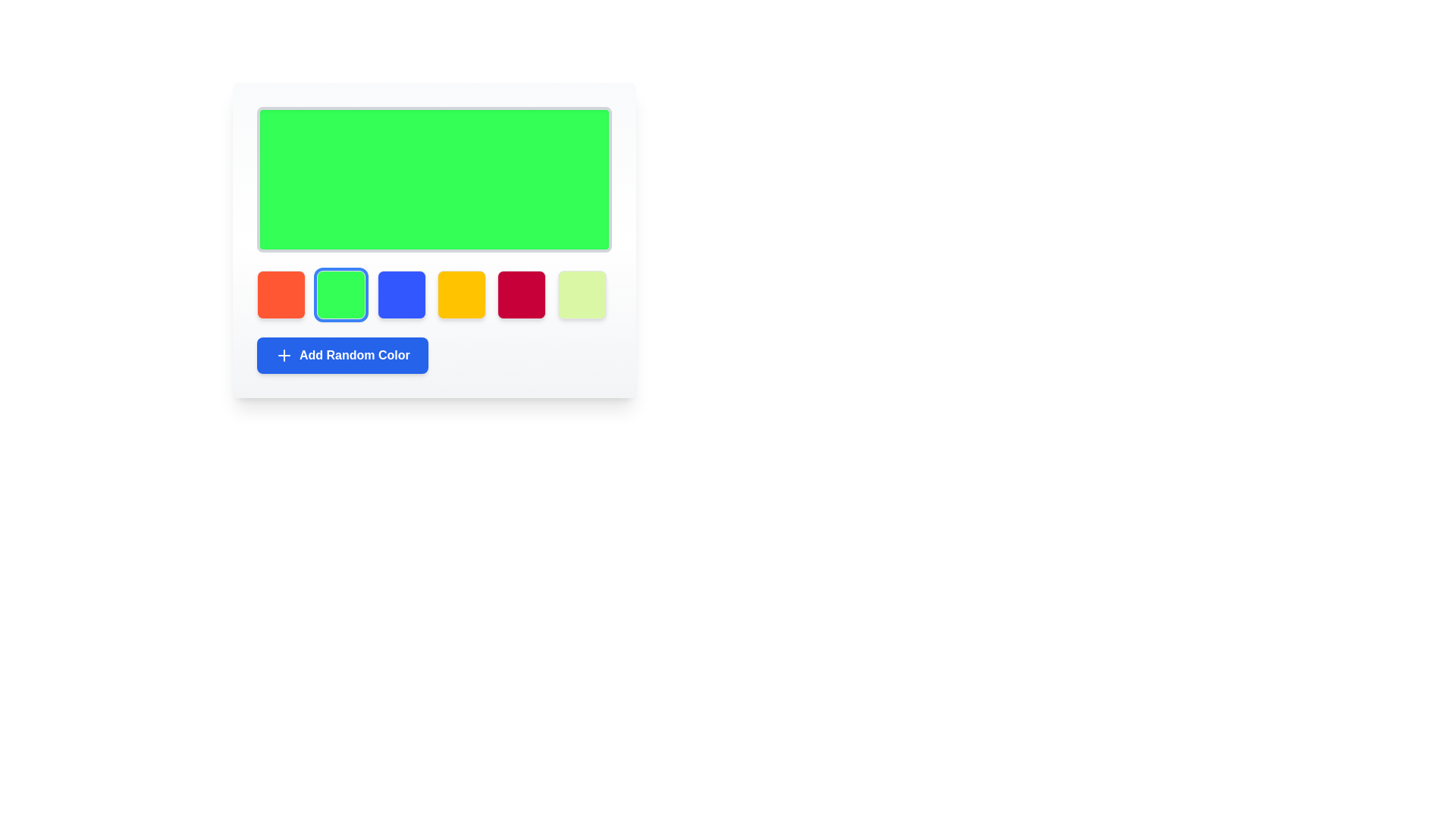 This screenshot has width=1456, height=819. I want to click on the interactive button that is the third element in a horizontally aligned grid, positioned below a green rectangular section and above the 'Add Random Color' button, so click(401, 295).